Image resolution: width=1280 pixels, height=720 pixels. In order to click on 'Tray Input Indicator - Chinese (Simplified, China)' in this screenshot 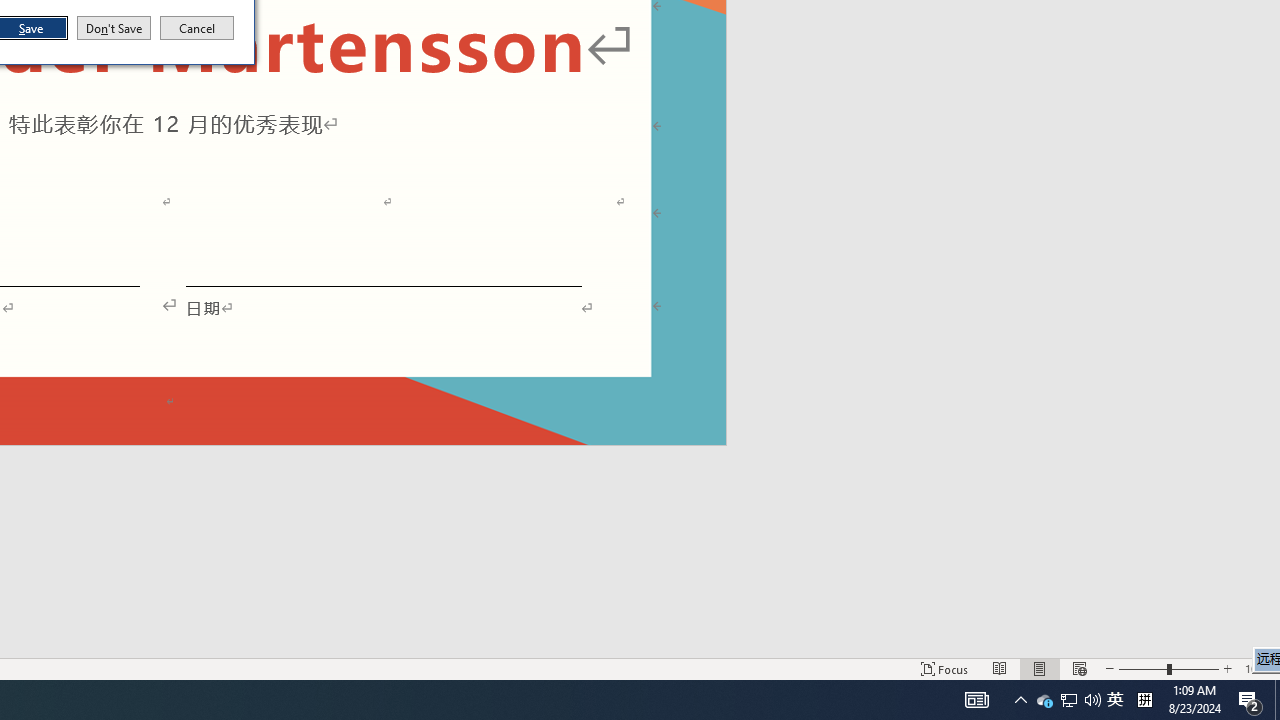, I will do `click(1144, 698)`.